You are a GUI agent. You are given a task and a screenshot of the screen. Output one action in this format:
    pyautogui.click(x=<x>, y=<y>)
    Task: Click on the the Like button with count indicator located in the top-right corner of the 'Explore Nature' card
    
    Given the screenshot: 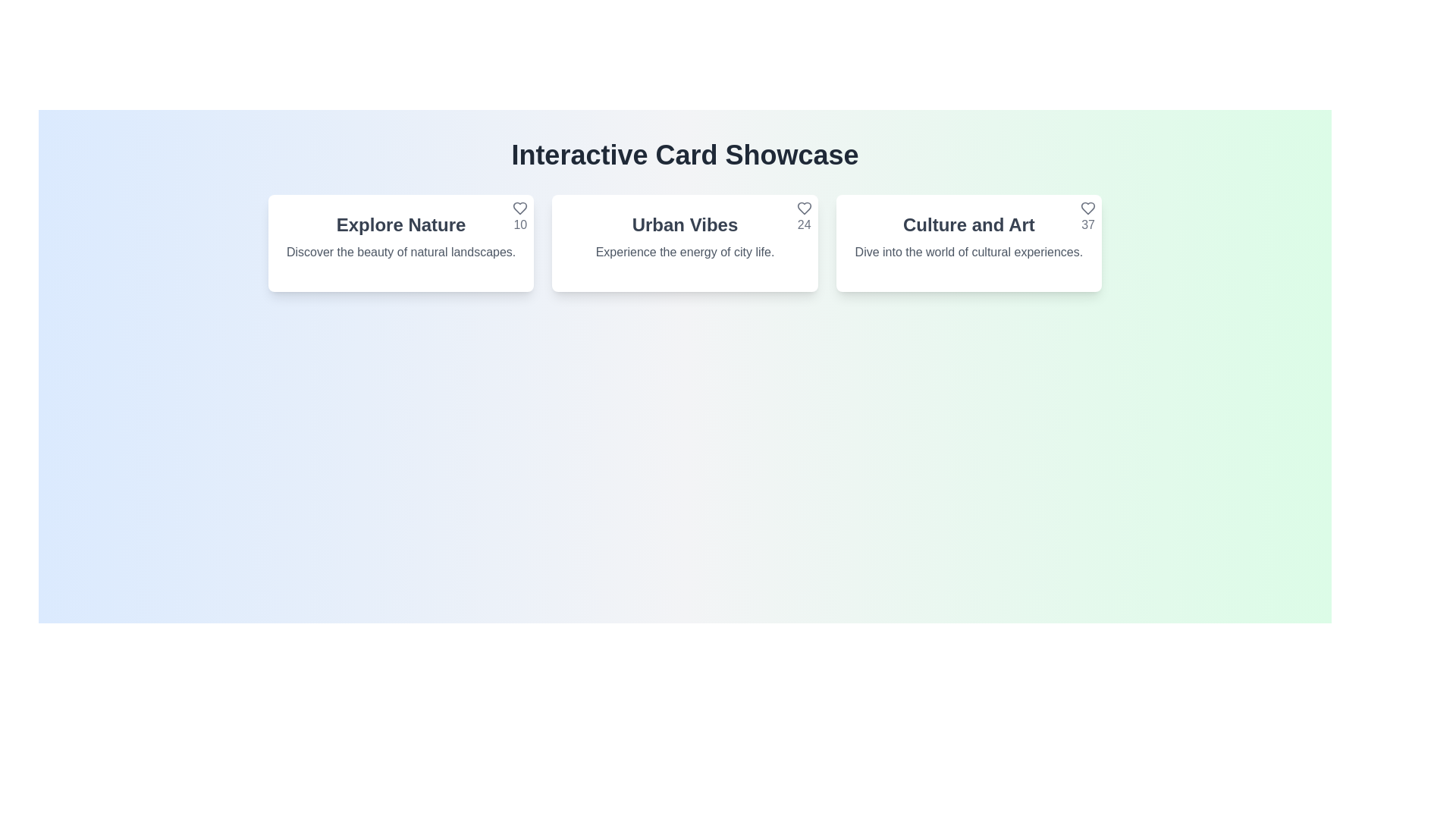 What is the action you would take?
    pyautogui.click(x=520, y=217)
    